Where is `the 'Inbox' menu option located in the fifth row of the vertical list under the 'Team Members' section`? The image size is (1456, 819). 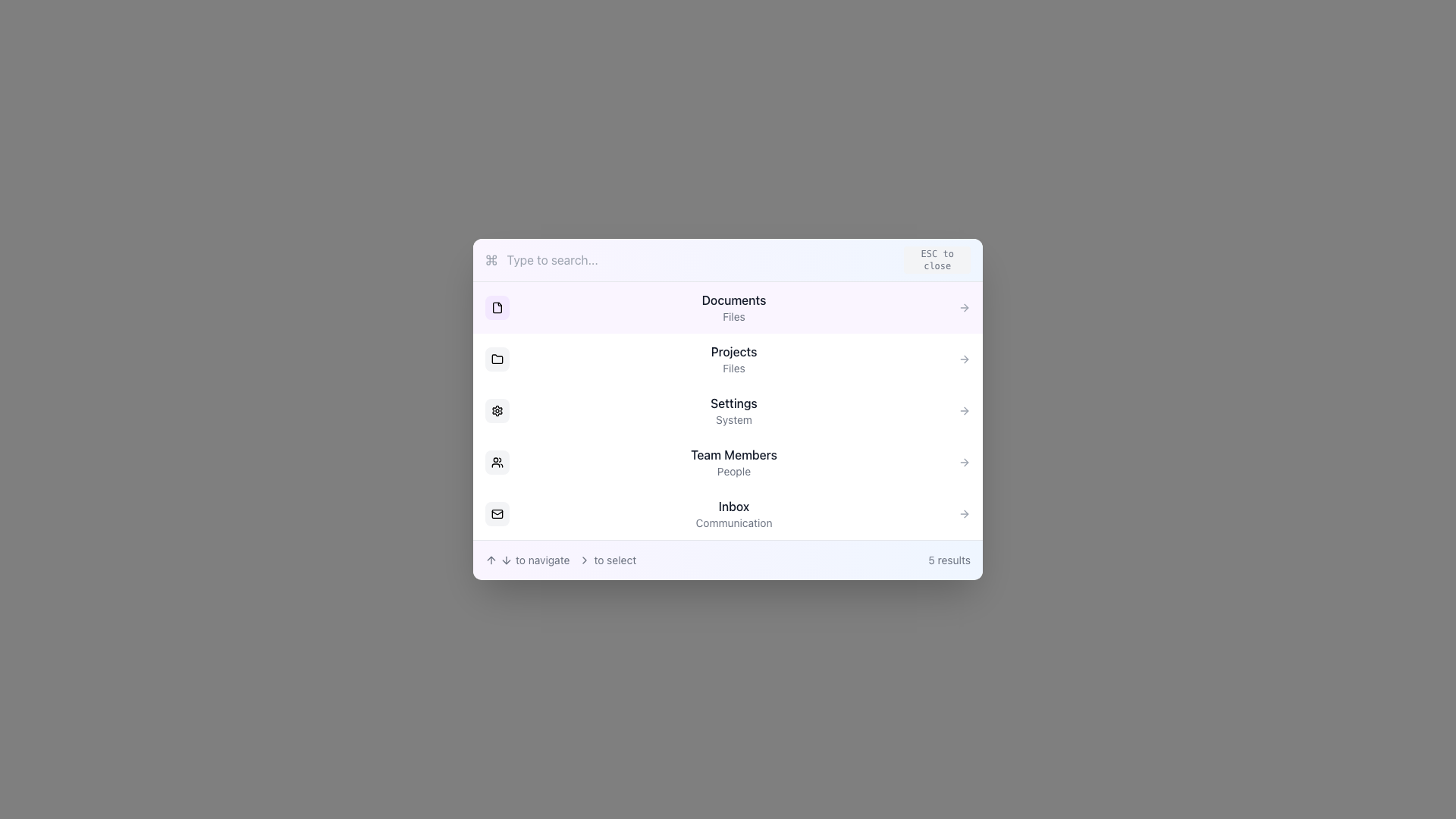 the 'Inbox' menu option located in the fifth row of the vertical list under the 'Team Members' section is located at coordinates (734, 513).